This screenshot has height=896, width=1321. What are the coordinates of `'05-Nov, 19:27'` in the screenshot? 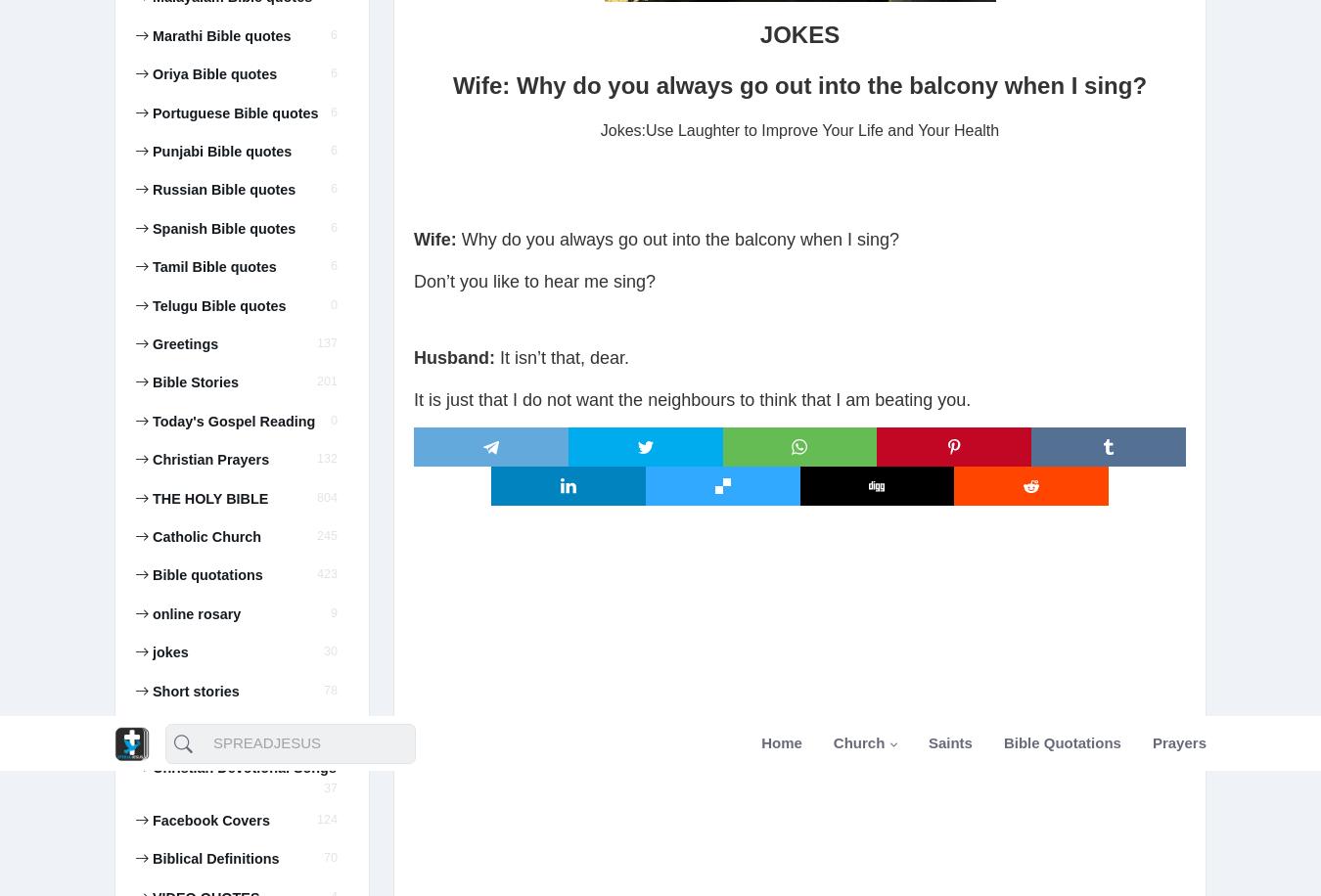 It's located at (187, 243).